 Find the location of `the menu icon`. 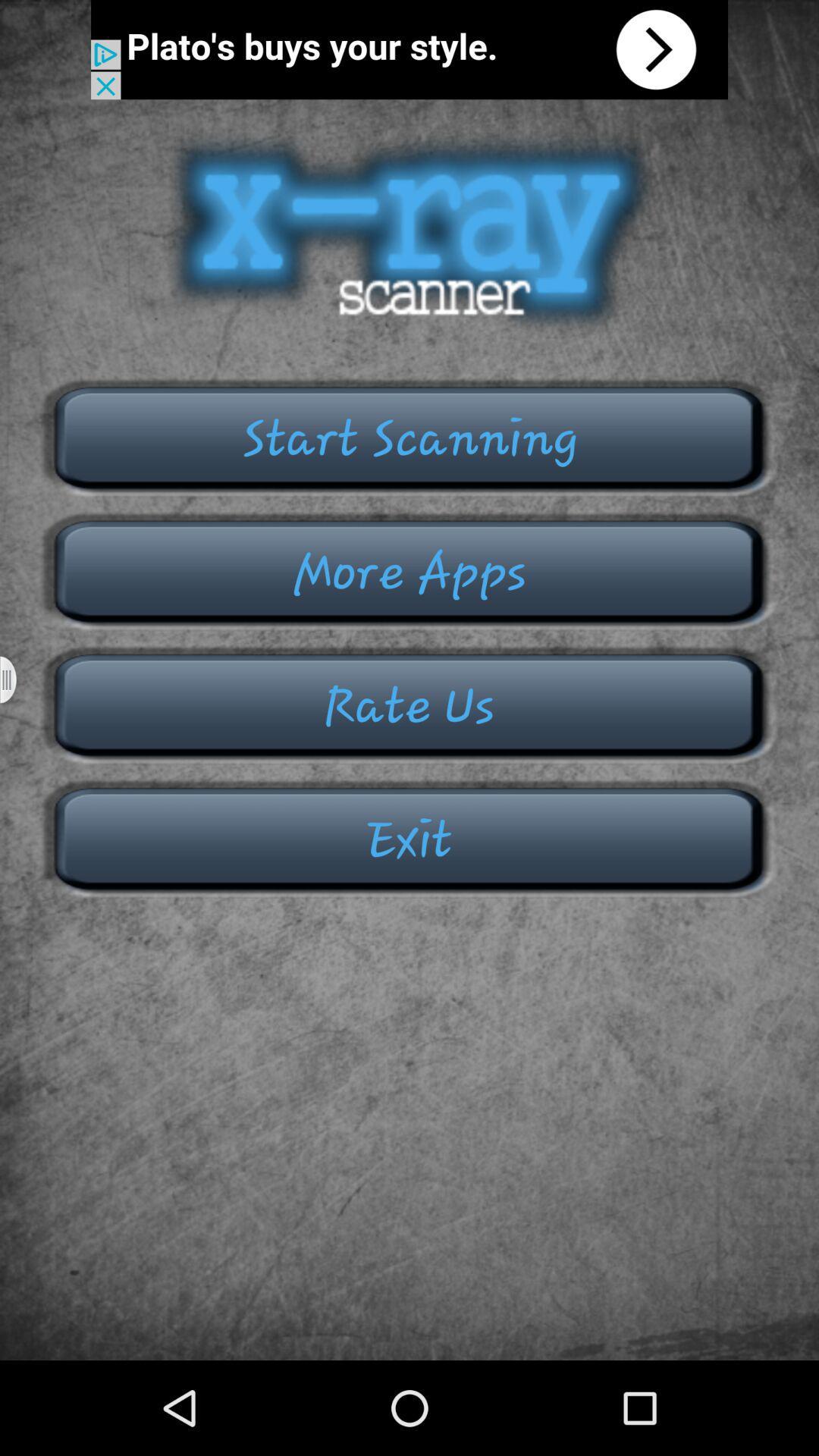

the menu icon is located at coordinates (17, 726).